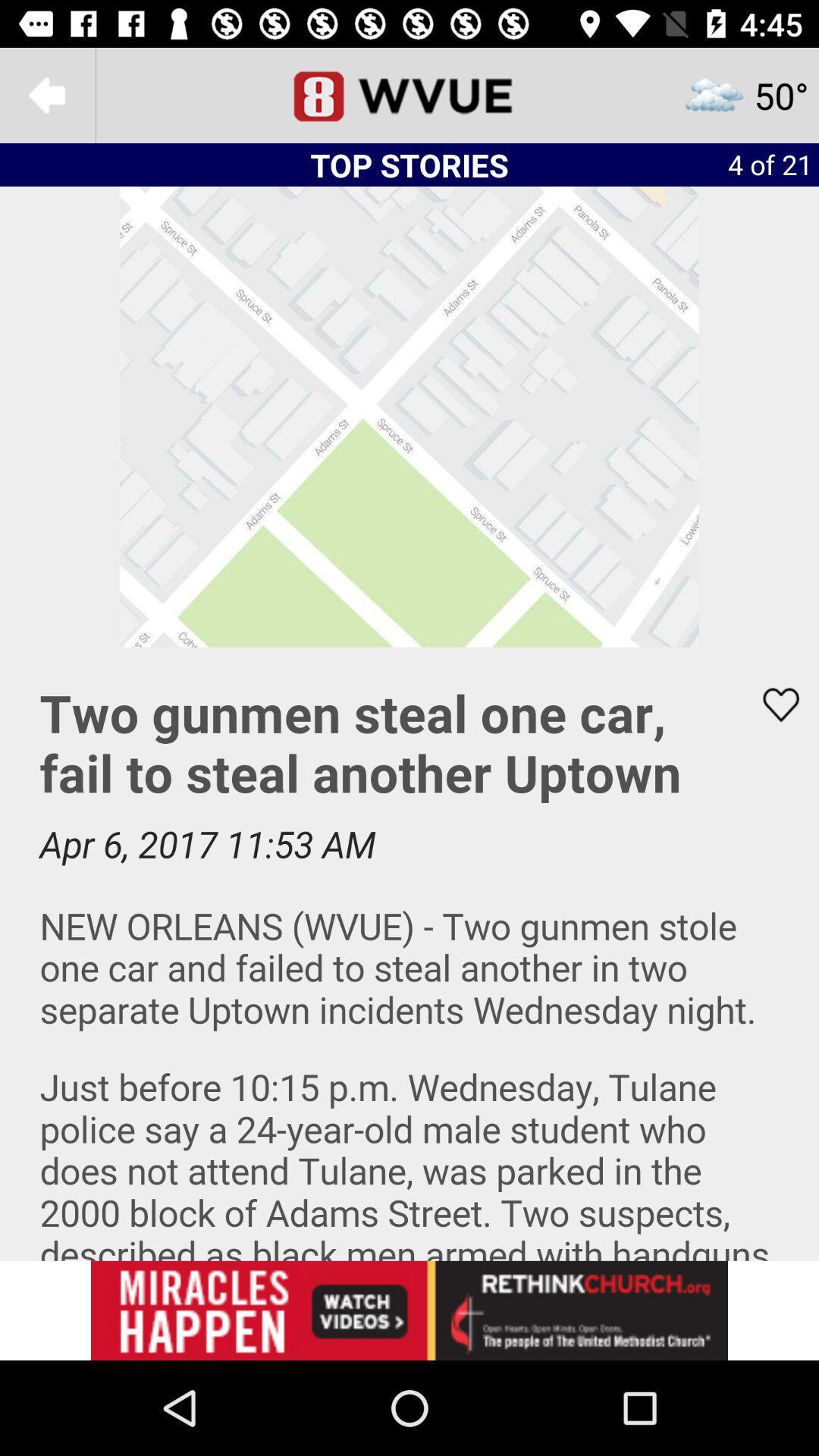  What do you see at coordinates (46, 94) in the screenshot?
I see `go back` at bounding box center [46, 94].